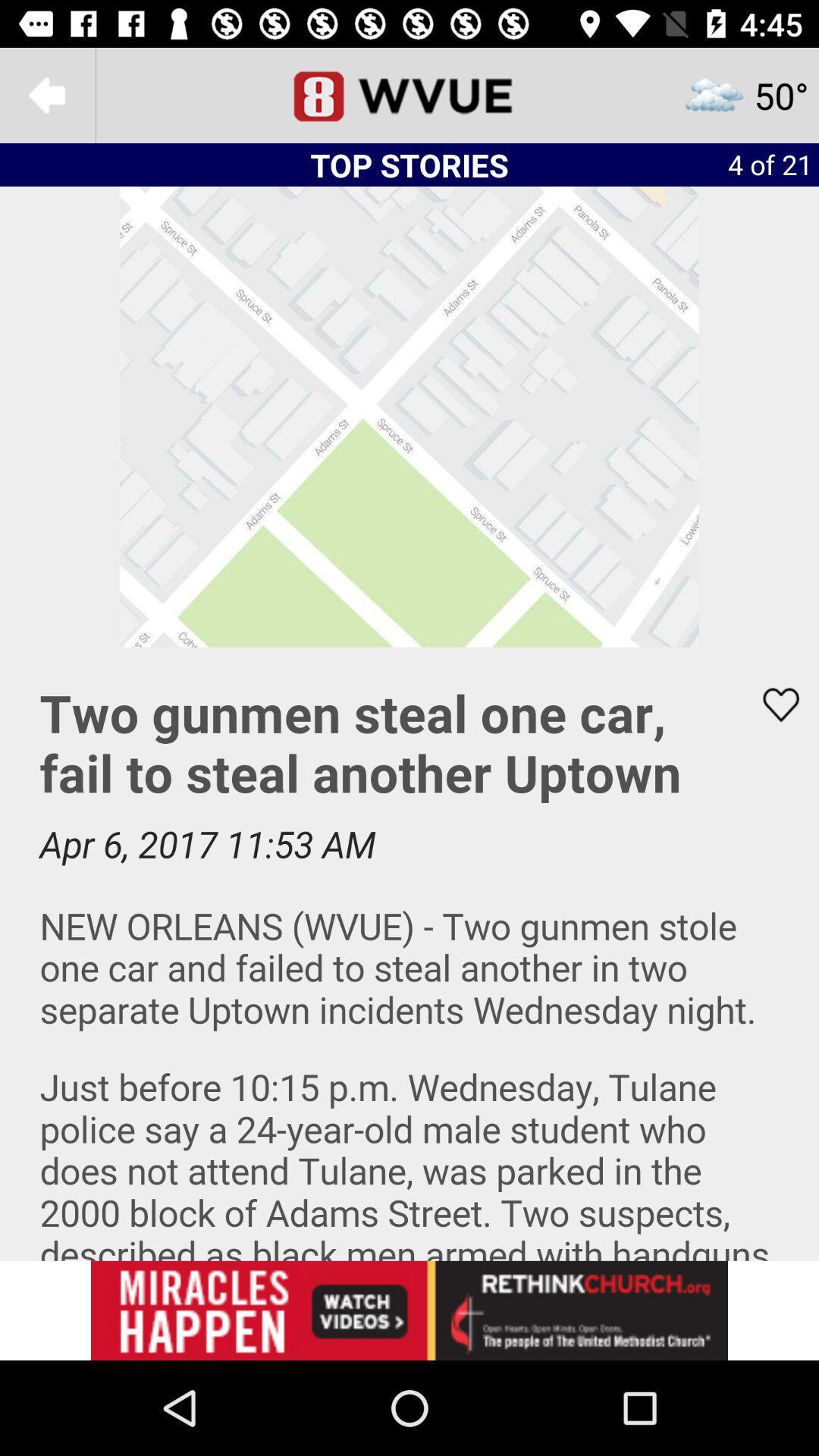  What do you see at coordinates (46, 94) in the screenshot?
I see `go back` at bounding box center [46, 94].